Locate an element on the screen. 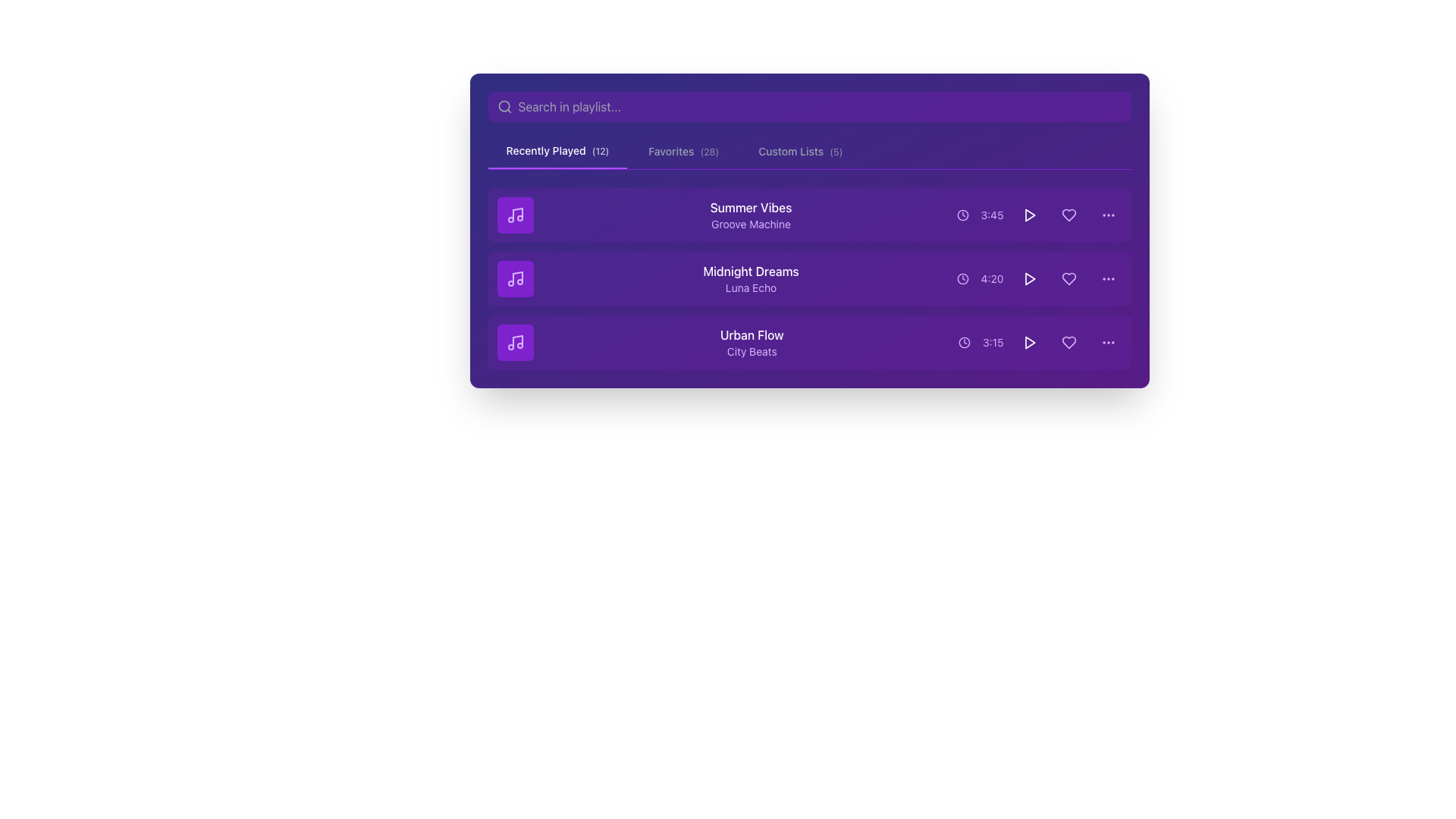 The width and height of the screenshot is (1456, 819). the ellipsis menu icon located at the end of the last item in the vertical list of tracks, which presents additional options related to the track item is located at coordinates (1108, 342).